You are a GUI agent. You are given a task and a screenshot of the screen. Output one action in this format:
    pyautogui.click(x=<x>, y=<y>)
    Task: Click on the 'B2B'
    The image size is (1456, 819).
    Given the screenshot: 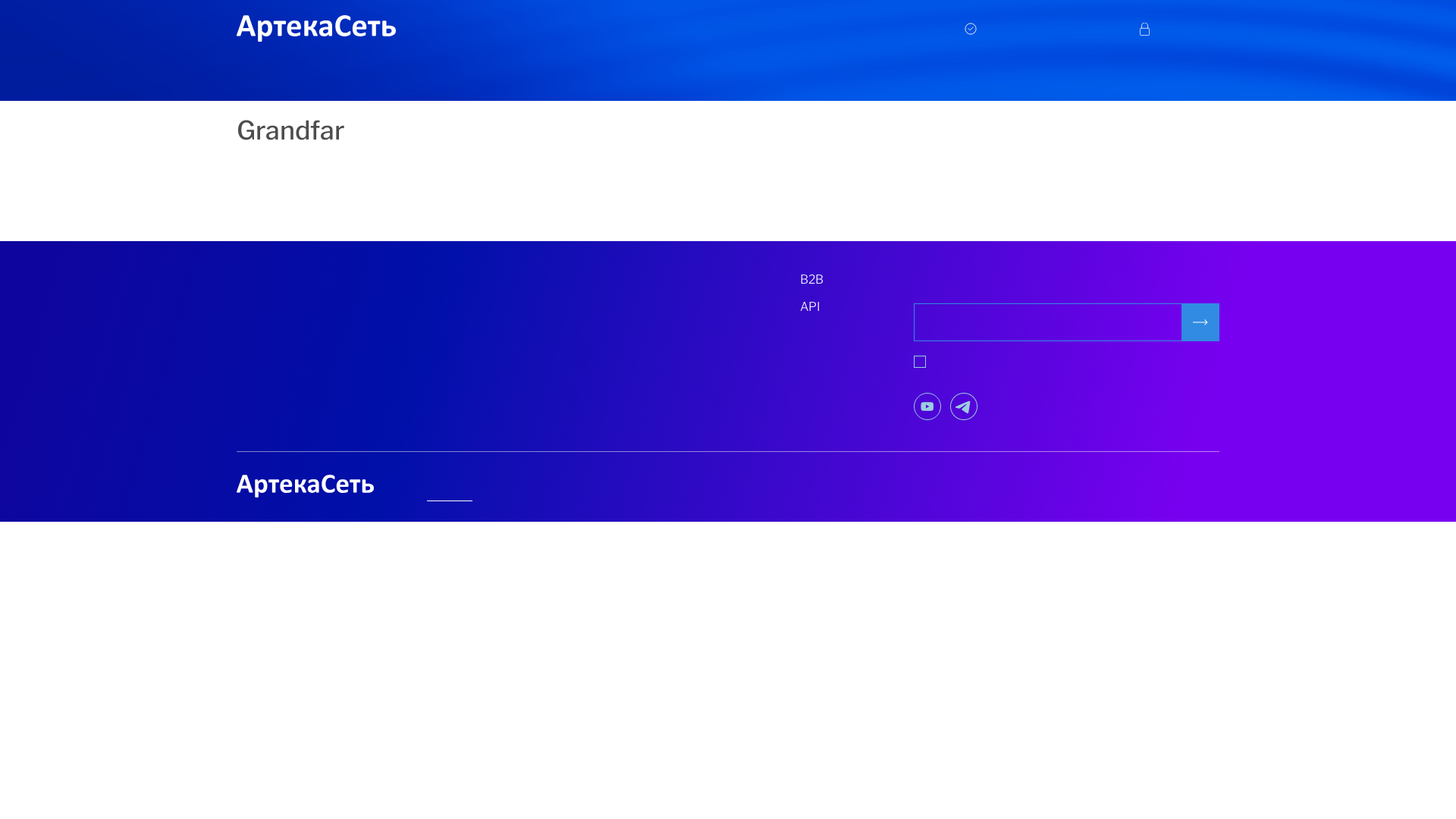 What is the action you would take?
    pyautogui.click(x=799, y=280)
    